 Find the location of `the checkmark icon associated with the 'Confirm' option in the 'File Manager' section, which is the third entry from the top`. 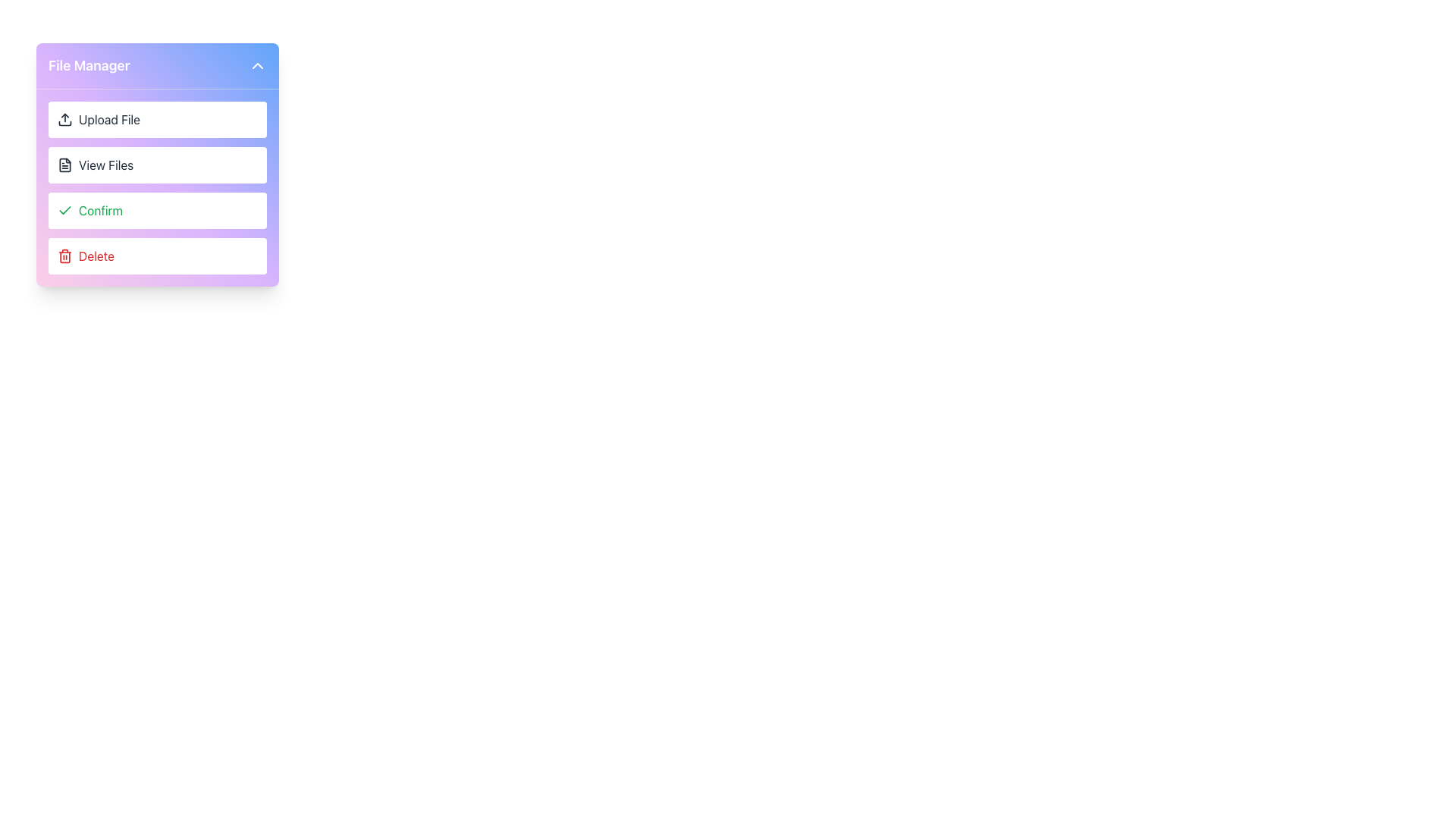

the checkmark icon associated with the 'Confirm' option in the 'File Manager' section, which is the third entry from the top is located at coordinates (64, 210).